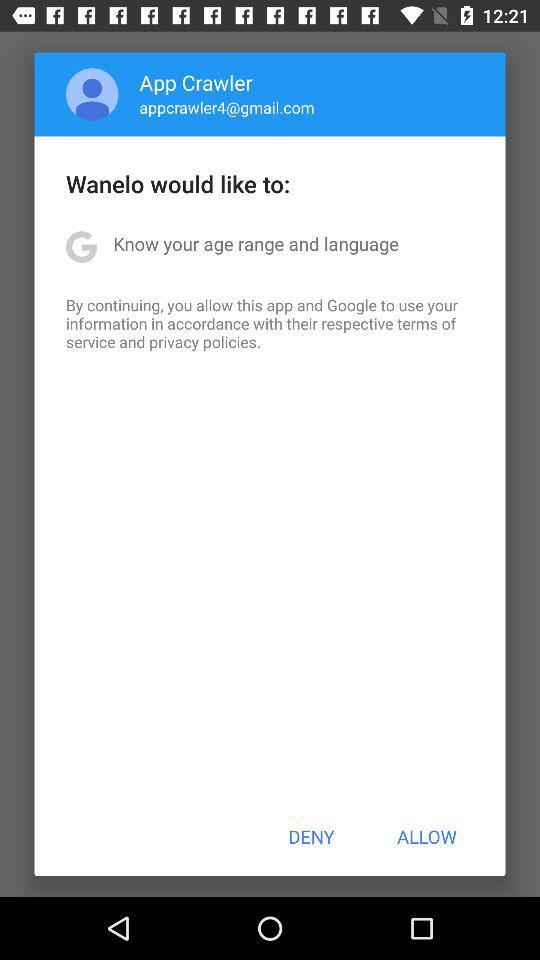 The image size is (540, 960). What do you see at coordinates (311, 836) in the screenshot?
I see `deny icon` at bounding box center [311, 836].